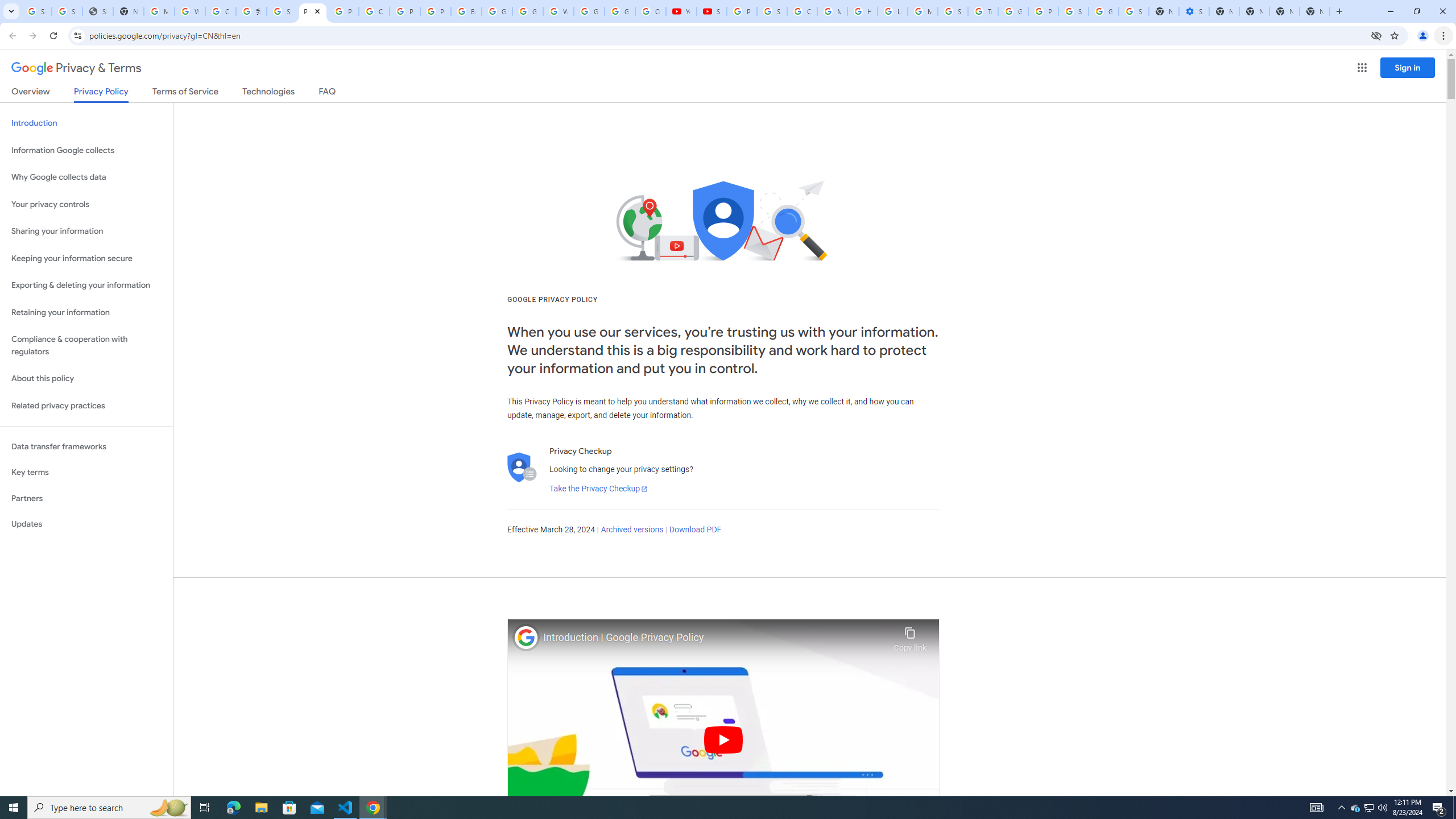 The width and height of the screenshot is (1456, 819). What do you see at coordinates (1103, 11) in the screenshot?
I see `'Google Cybersecurity Innovations - Google Safety Center'` at bounding box center [1103, 11].